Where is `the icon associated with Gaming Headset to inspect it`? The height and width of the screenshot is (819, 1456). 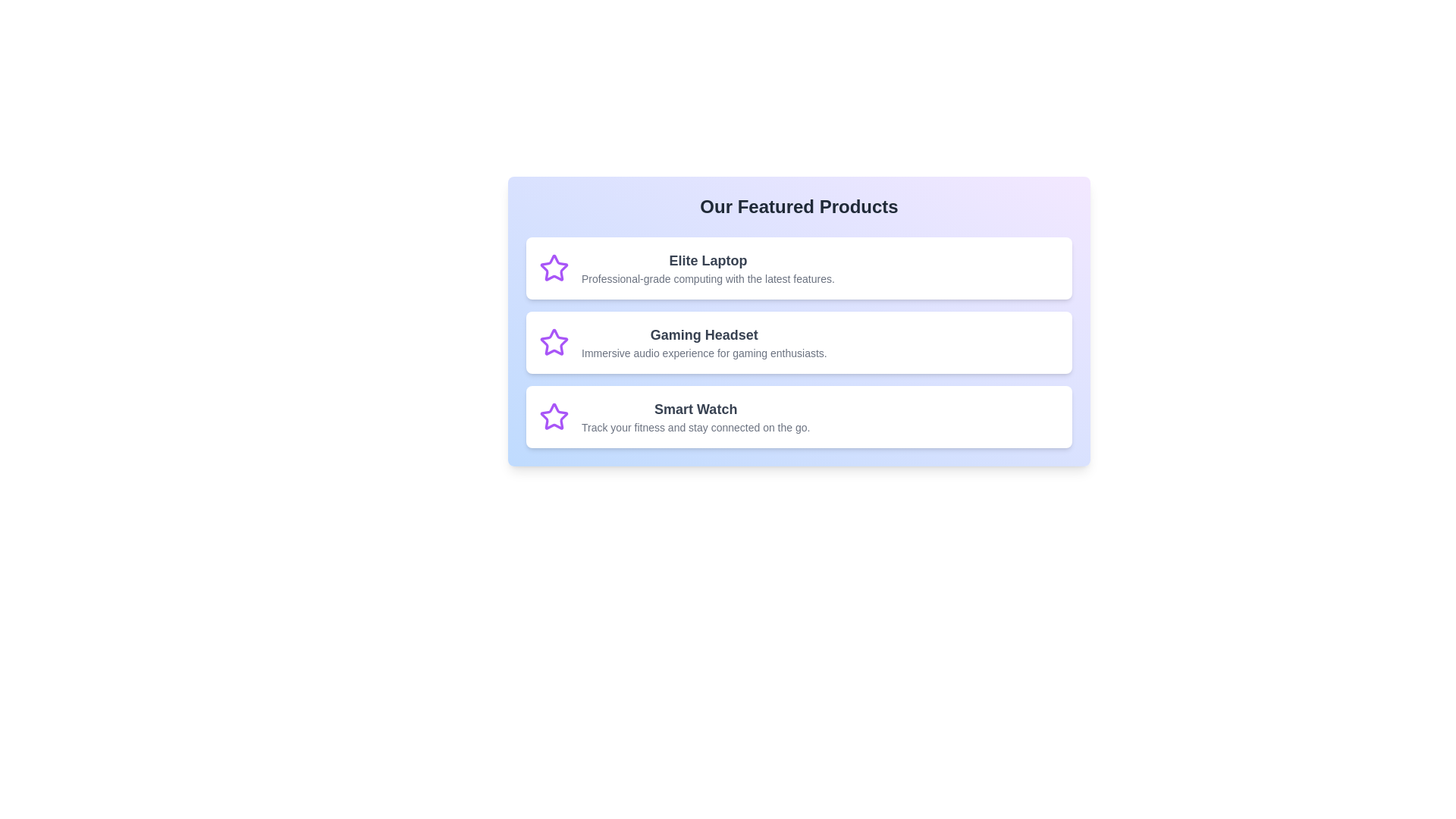
the icon associated with Gaming Headset to inspect it is located at coordinates (553, 342).